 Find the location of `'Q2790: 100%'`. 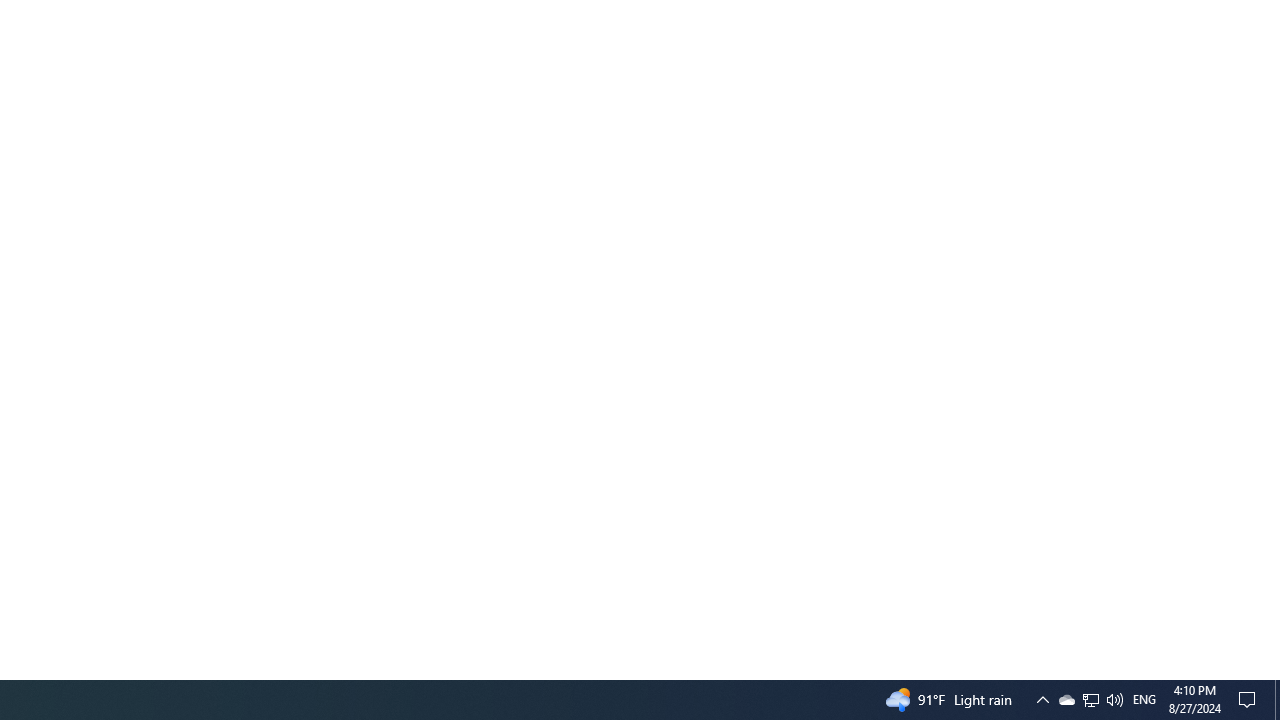

'Q2790: 100%' is located at coordinates (1065, 698).